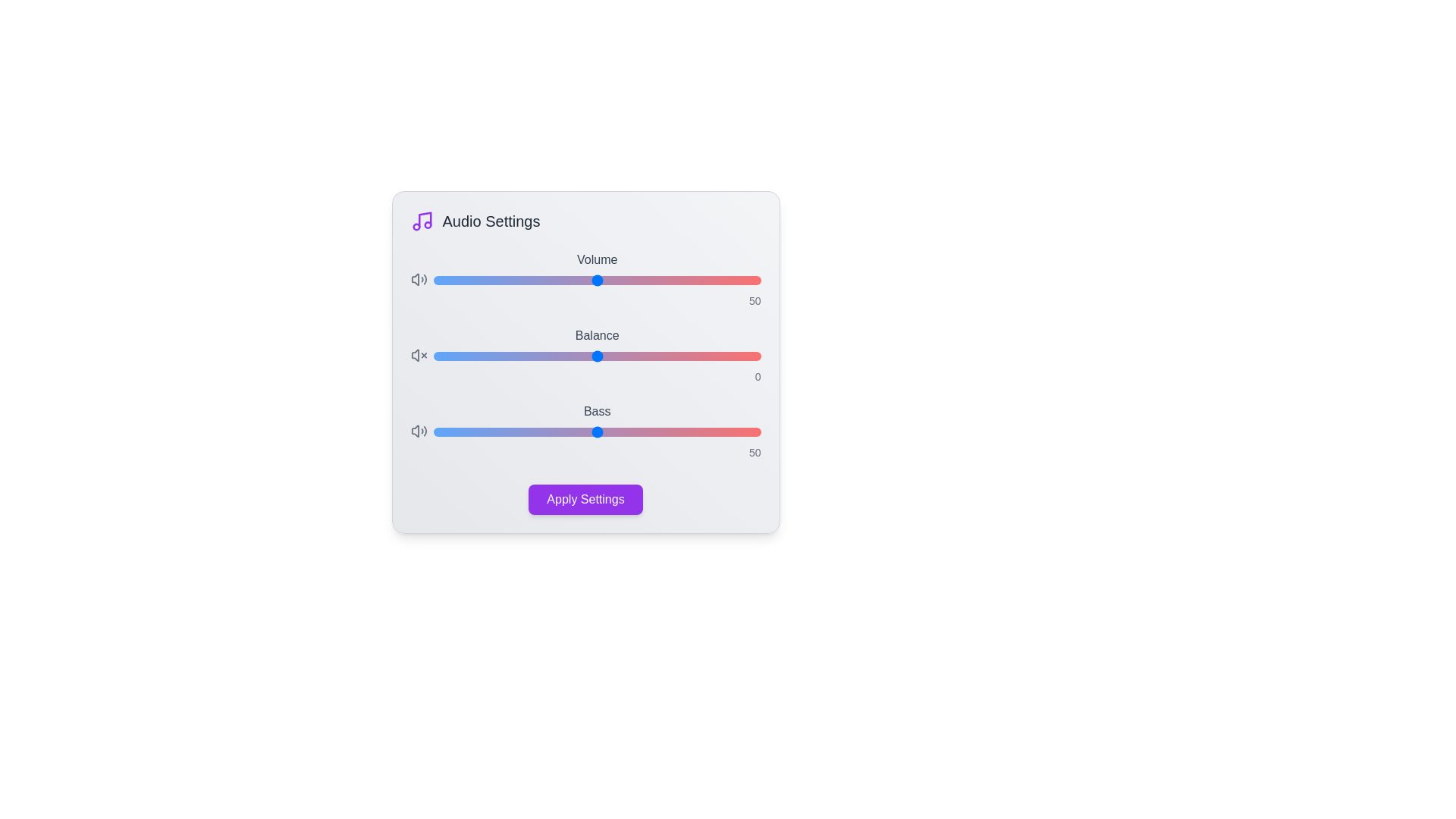 The height and width of the screenshot is (819, 1456). Describe the element at coordinates (560, 281) in the screenshot. I see `the 'Volume' slider to set the volume level to 39` at that location.